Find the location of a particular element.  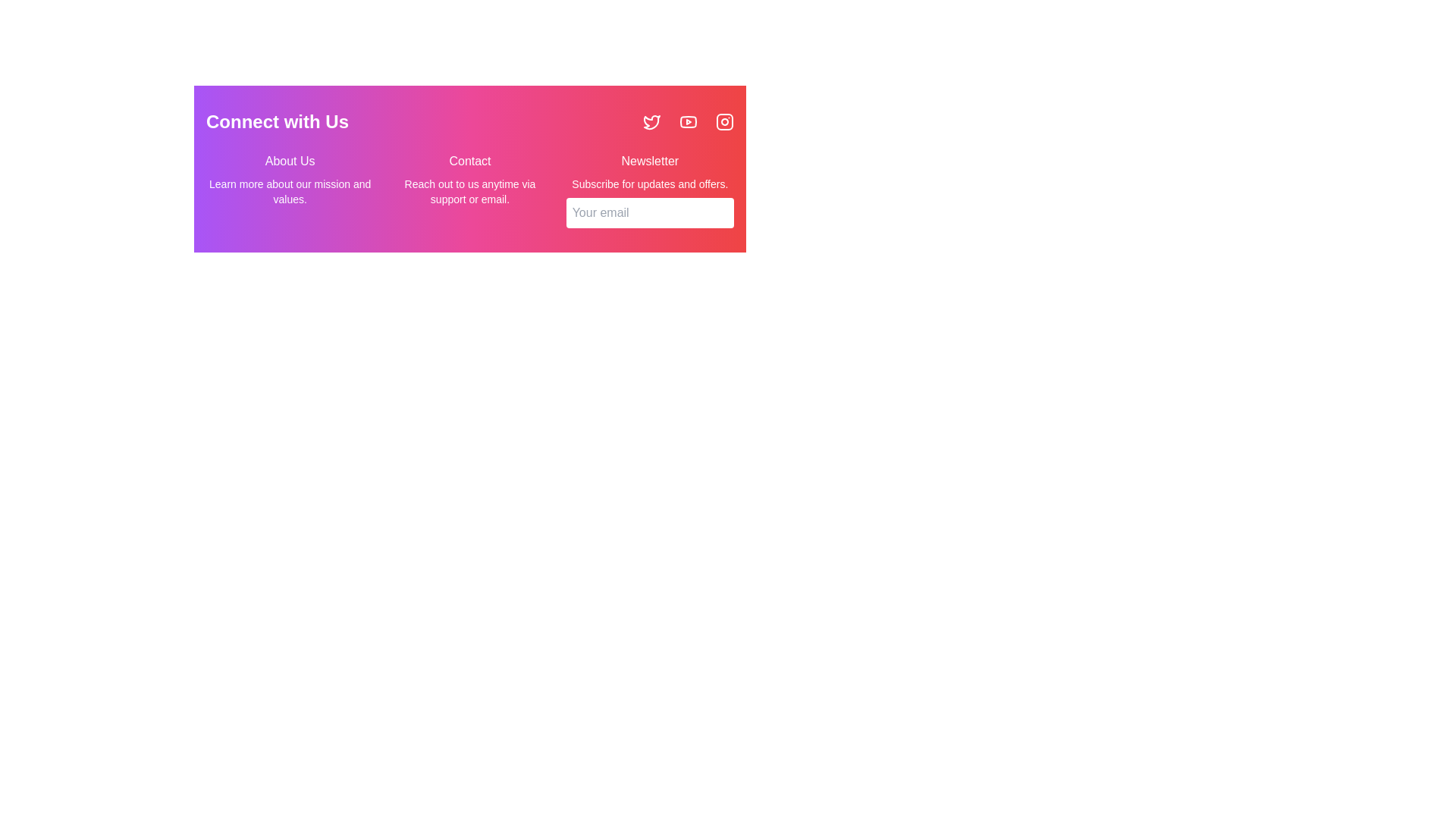

the central section of the Informational block titled 'Contact' is located at coordinates (469, 169).